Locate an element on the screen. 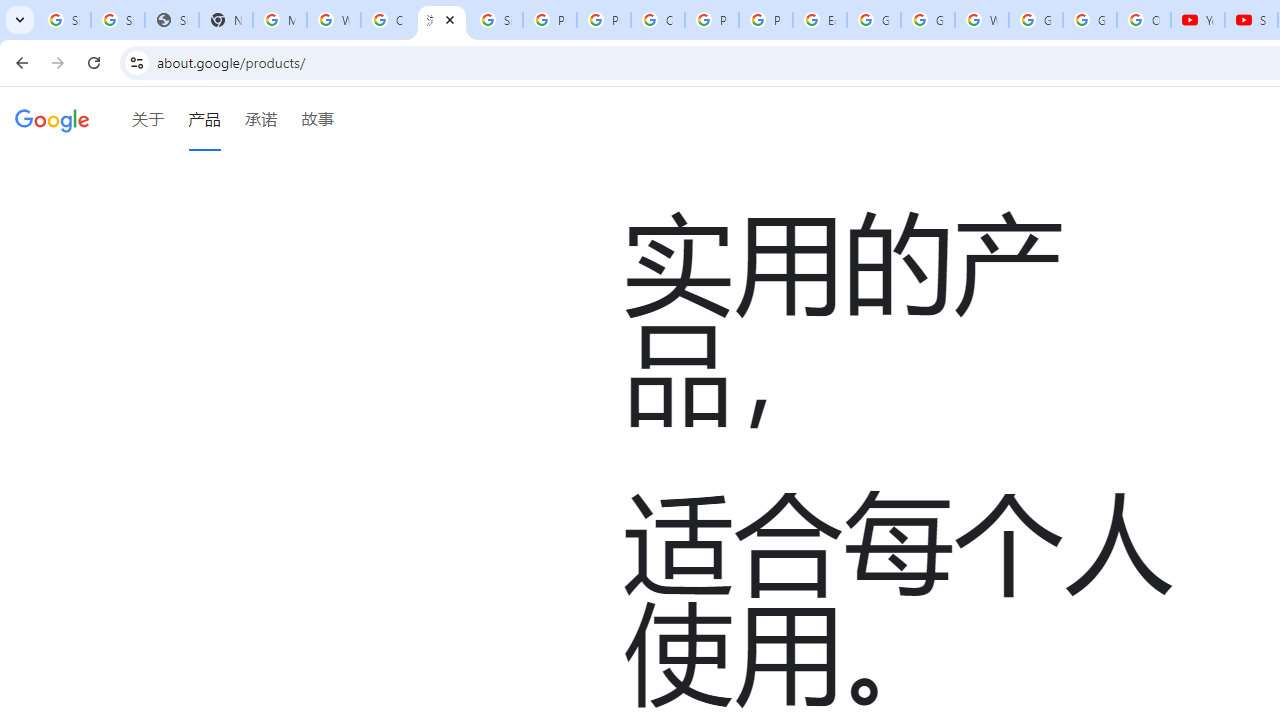  'Sign in - Google Accounts' is located at coordinates (116, 20).